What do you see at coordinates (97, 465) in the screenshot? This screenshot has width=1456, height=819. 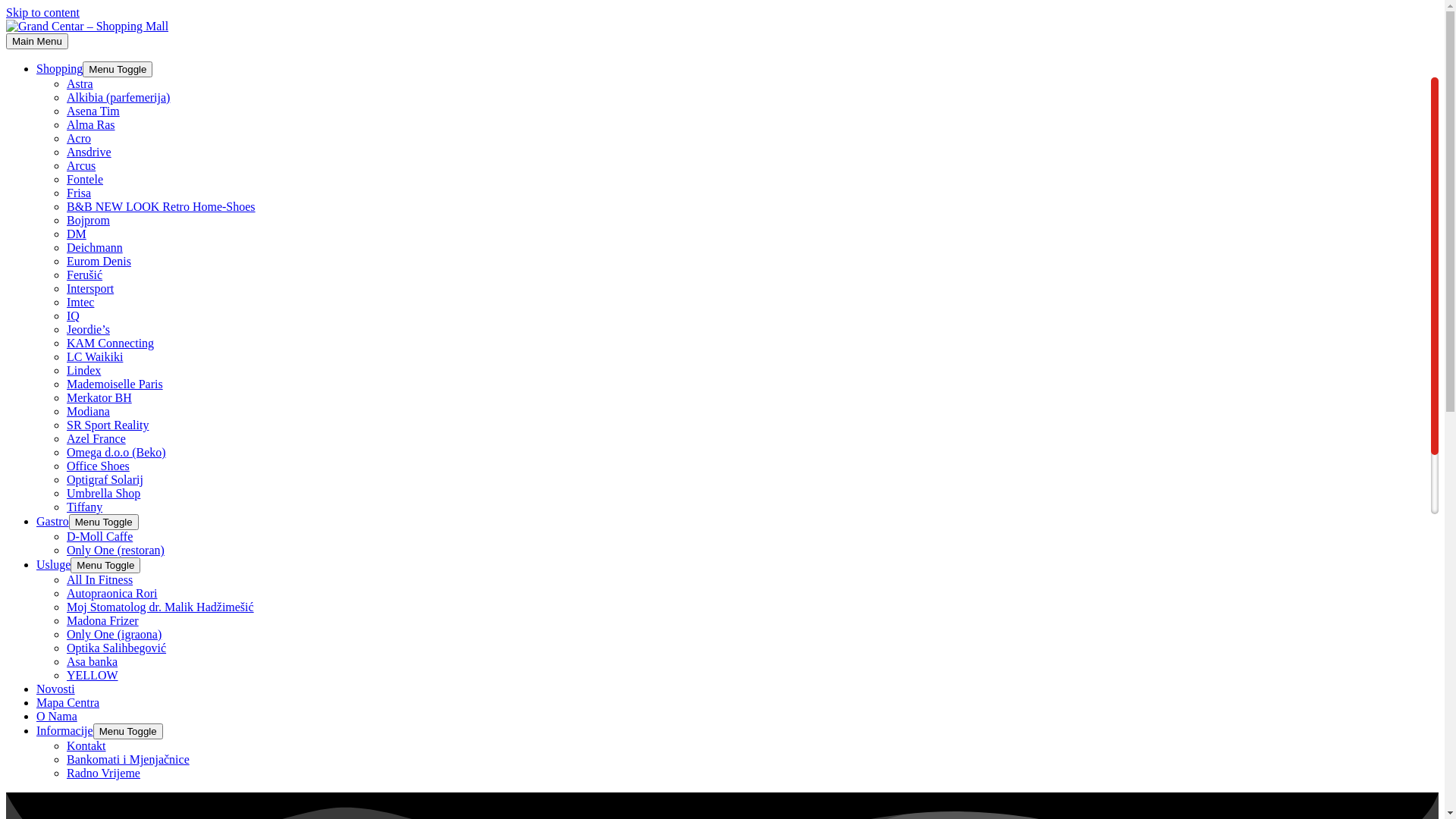 I see `'Office Shoes'` at bounding box center [97, 465].